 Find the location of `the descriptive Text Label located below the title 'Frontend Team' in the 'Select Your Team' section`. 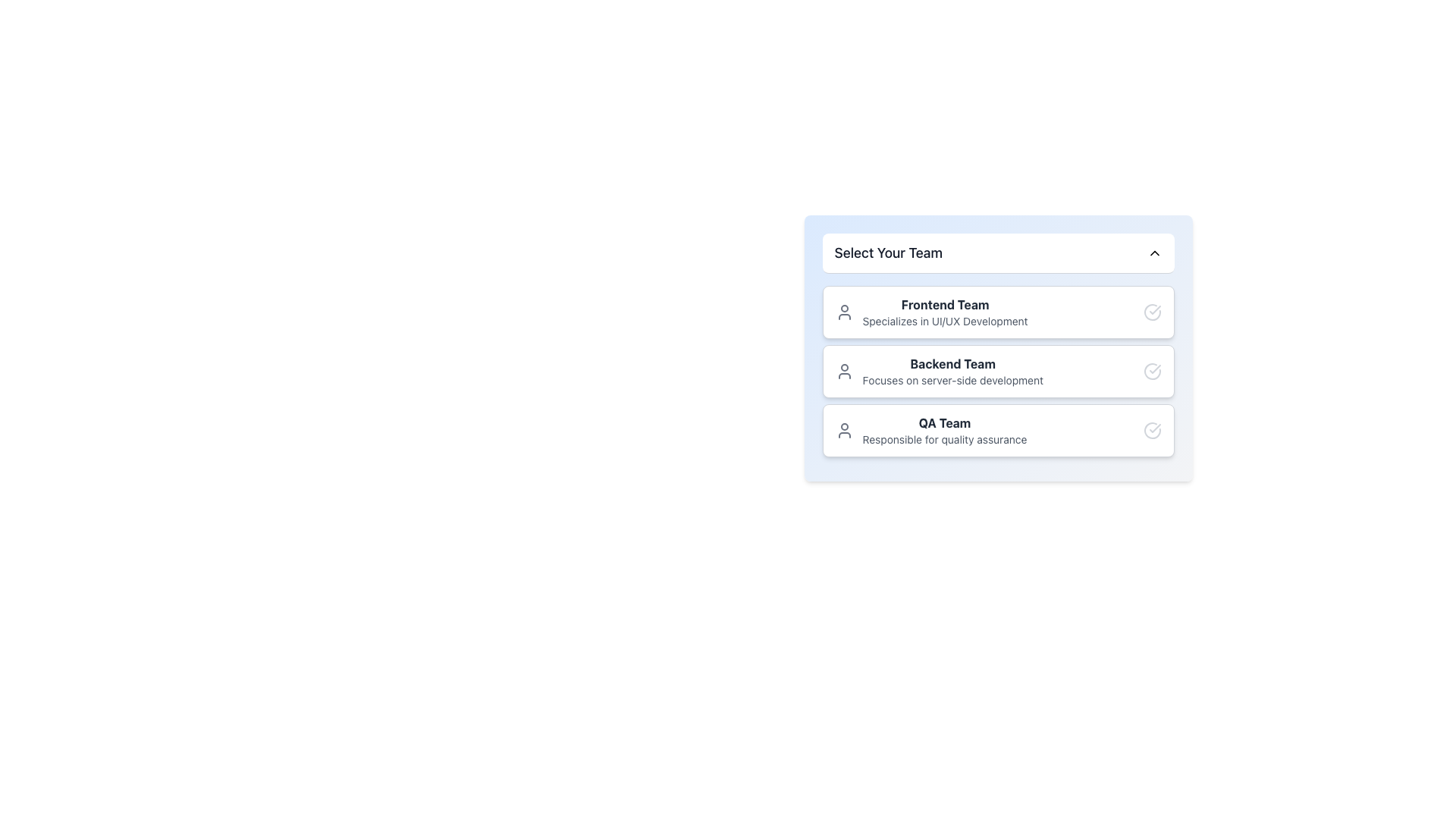

the descriptive Text Label located below the title 'Frontend Team' in the 'Select Your Team' section is located at coordinates (944, 321).